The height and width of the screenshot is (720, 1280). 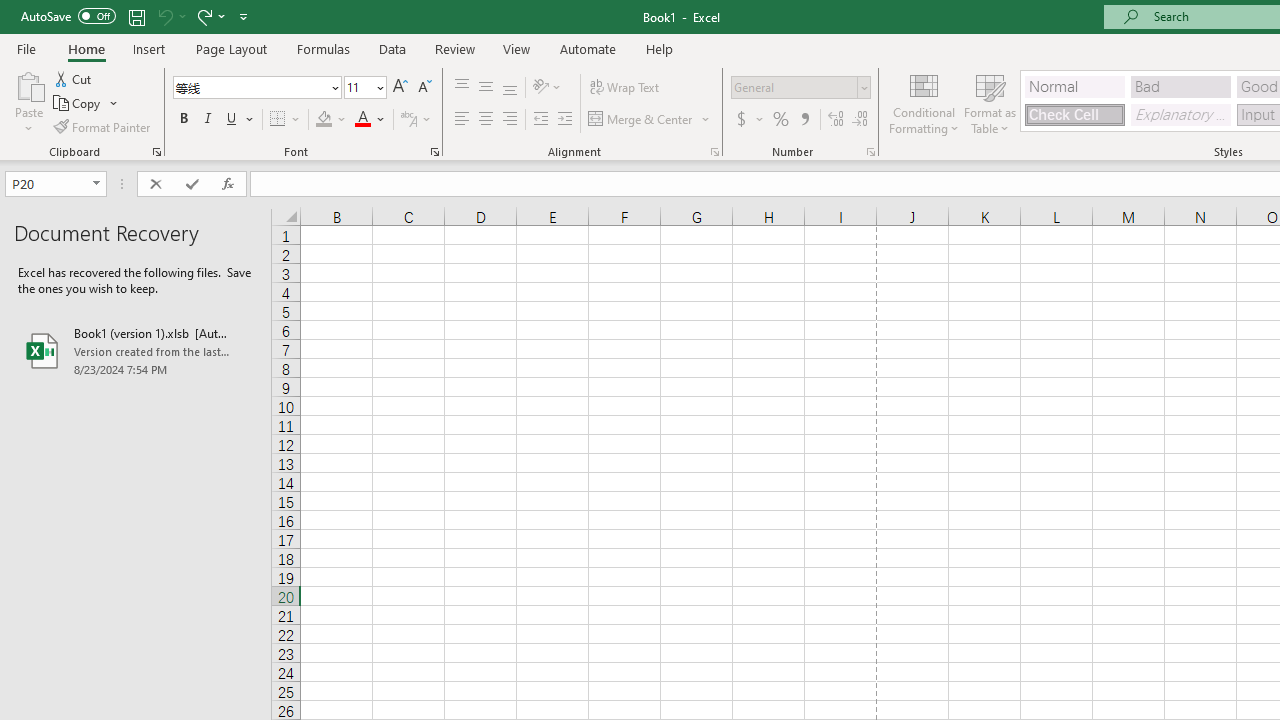 I want to click on 'Paste', so click(x=28, y=84).